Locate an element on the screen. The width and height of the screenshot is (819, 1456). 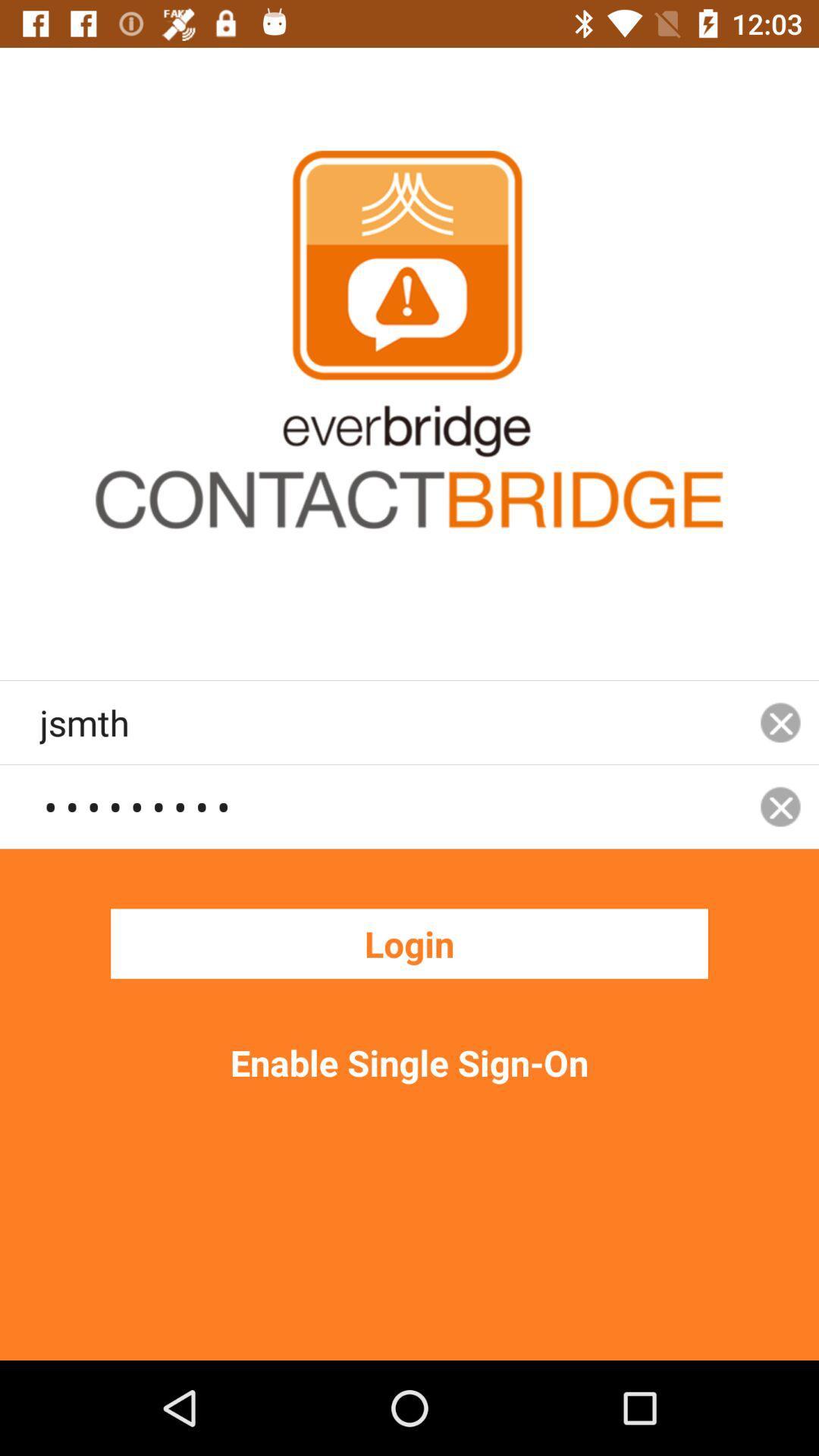
the close icon is located at coordinates (780, 805).